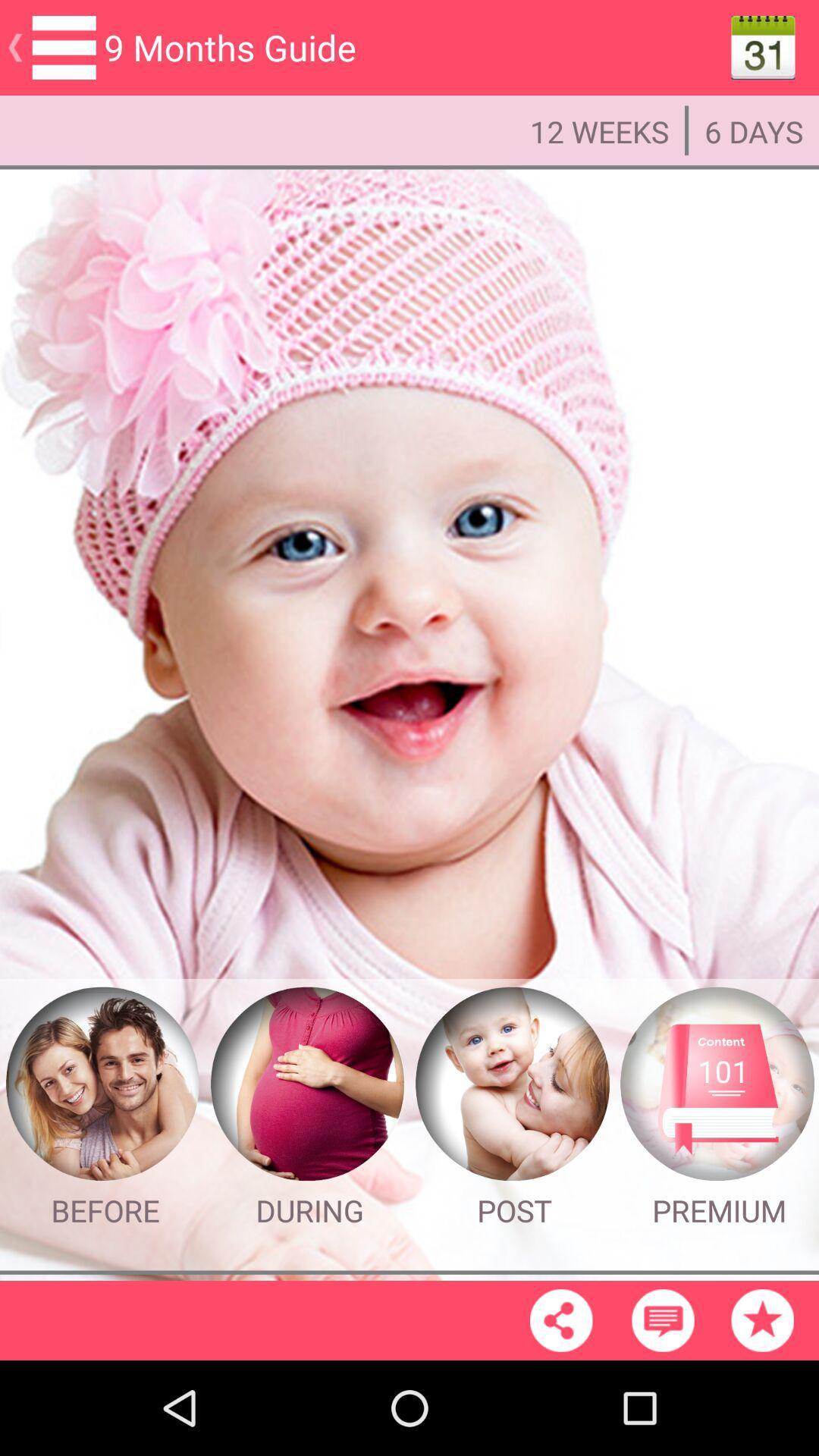  What do you see at coordinates (762, 1319) in the screenshot?
I see `to favorites` at bounding box center [762, 1319].